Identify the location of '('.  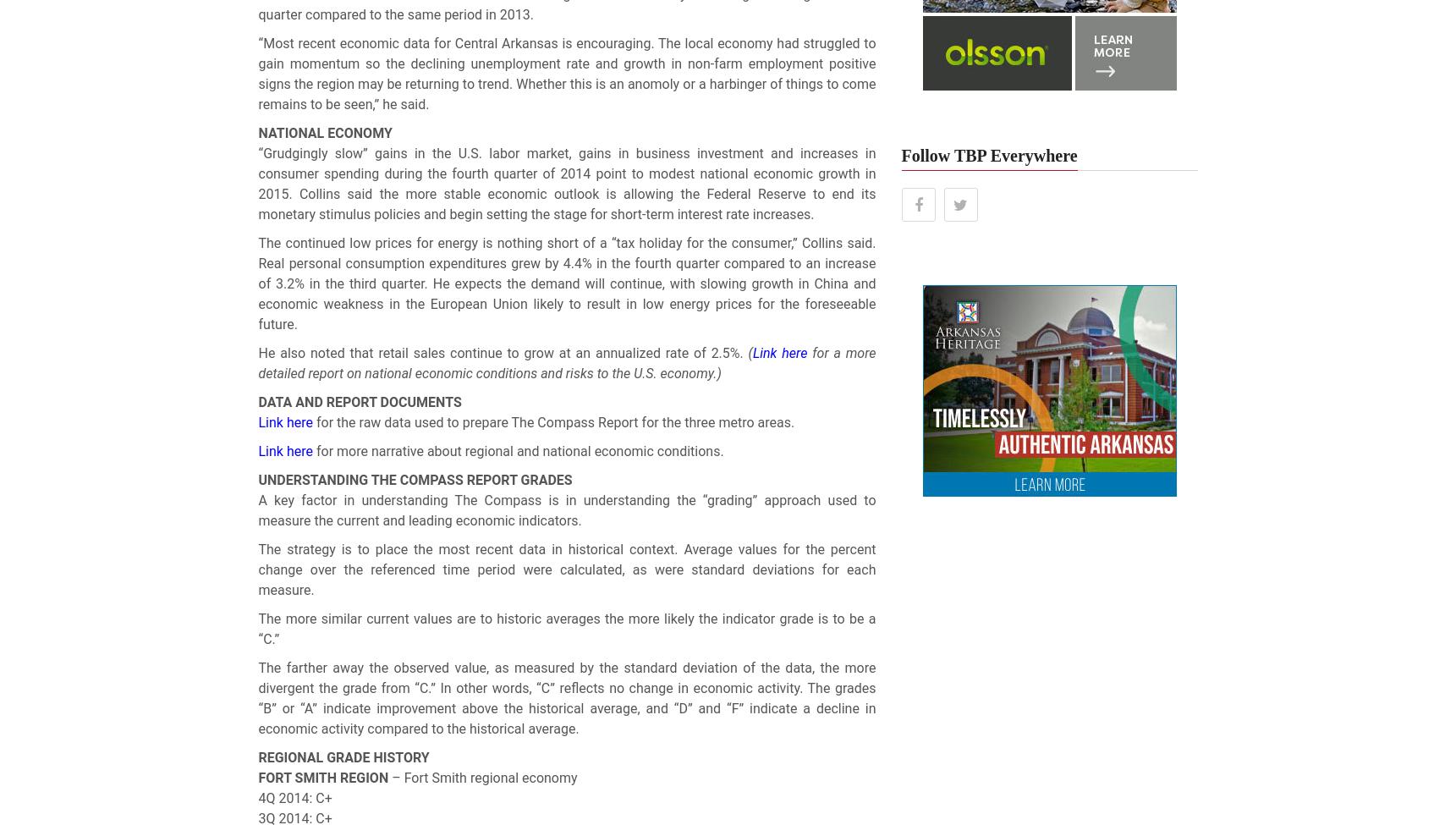
(750, 353).